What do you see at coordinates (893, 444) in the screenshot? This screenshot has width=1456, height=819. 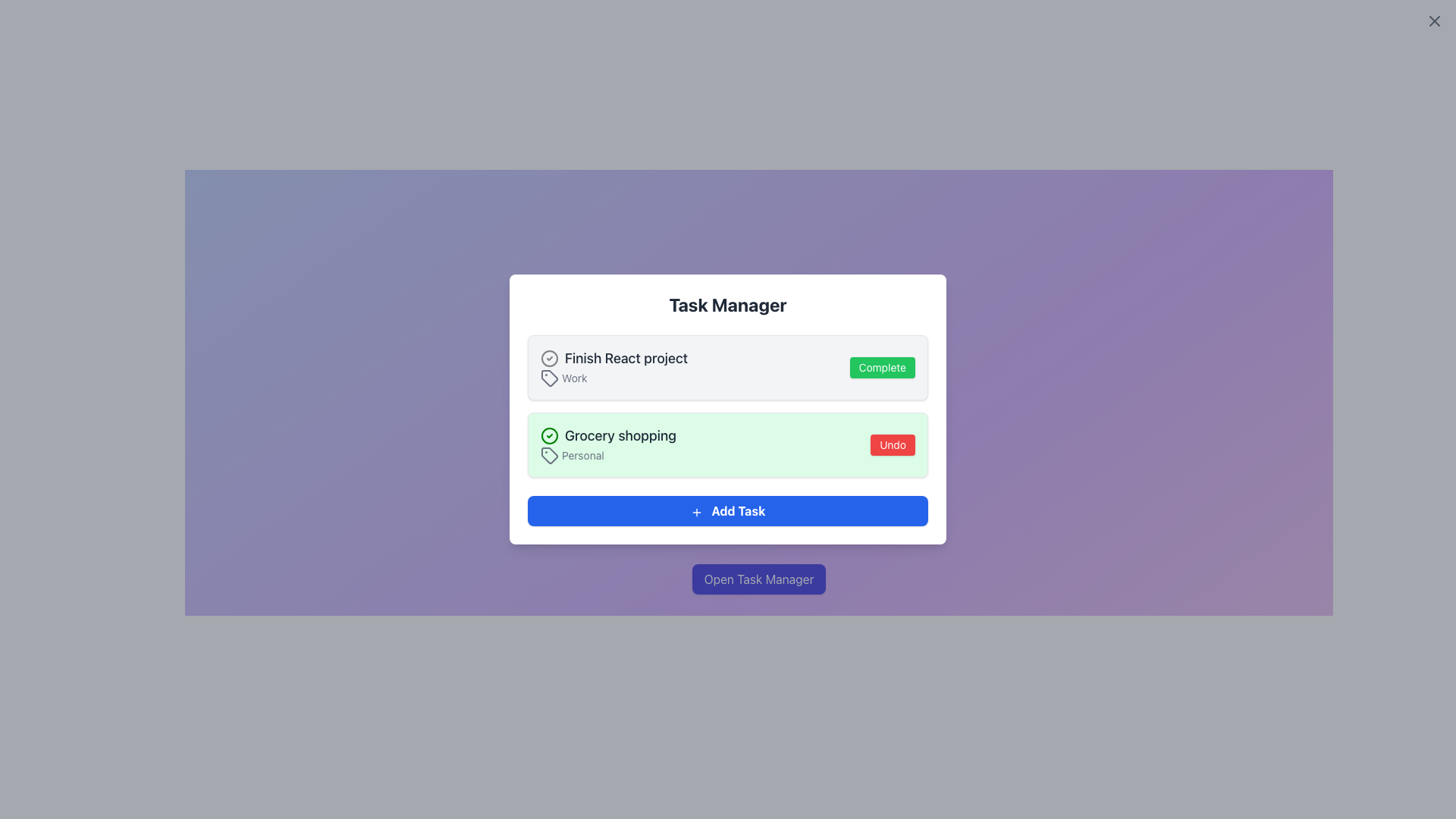 I see `the red rounded rectangular 'Undo' button with a white label, located in the bottom-right corner of the 'Grocery shopping' row` at bounding box center [893, 444].